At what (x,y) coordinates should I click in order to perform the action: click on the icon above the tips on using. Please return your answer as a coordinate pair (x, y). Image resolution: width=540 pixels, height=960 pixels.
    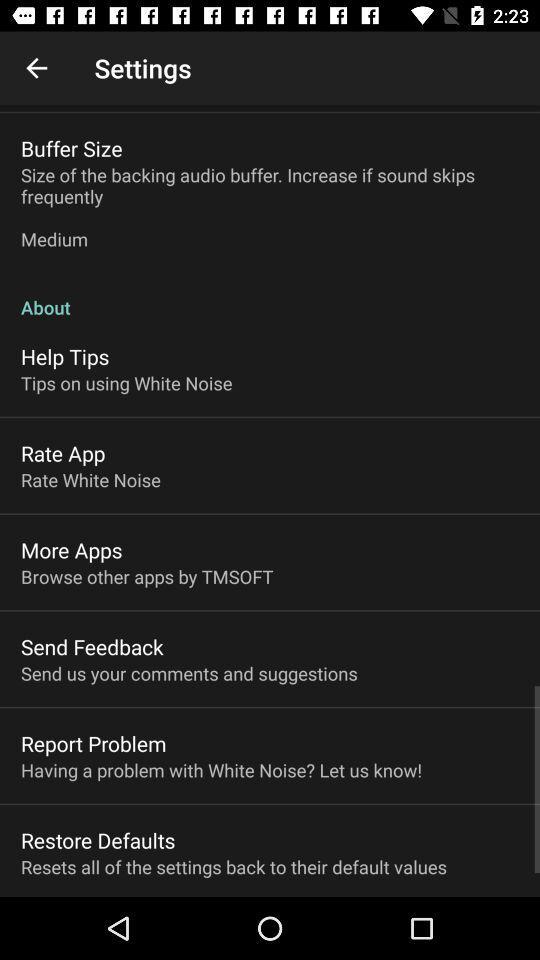
    Looking at the image, I should click on (65, 356).